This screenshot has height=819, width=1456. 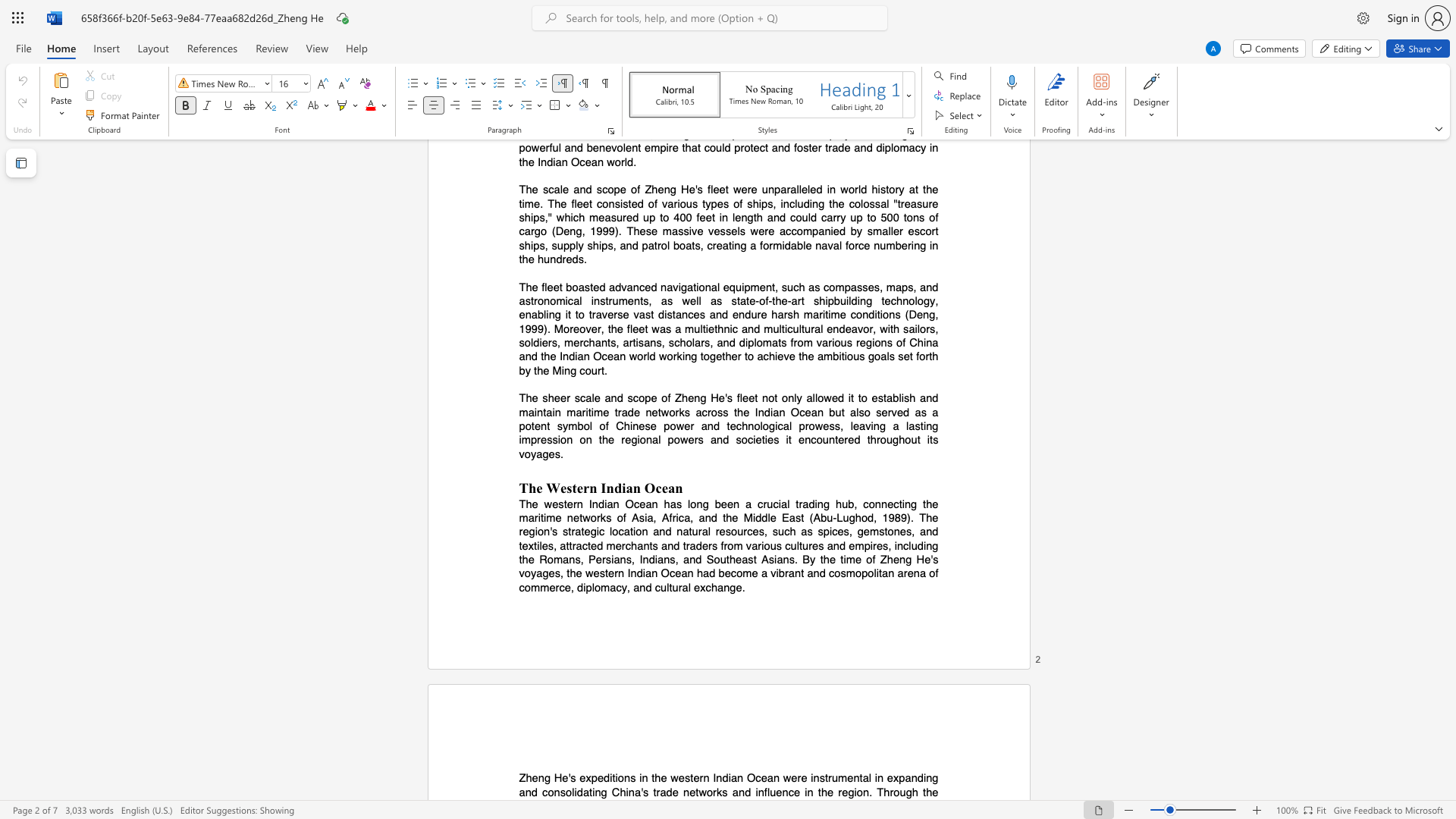 I want to click on the subset text "ca, and the Middle East (Abu-Lughod, 1989). The region" within the text "The western Indian Ocean has long been a crucial trading hub, connecting the maritime networks of Asia, Africa, and the Middle East (Abu-Lughod, 1989). The region", so click(x=677, y=516).